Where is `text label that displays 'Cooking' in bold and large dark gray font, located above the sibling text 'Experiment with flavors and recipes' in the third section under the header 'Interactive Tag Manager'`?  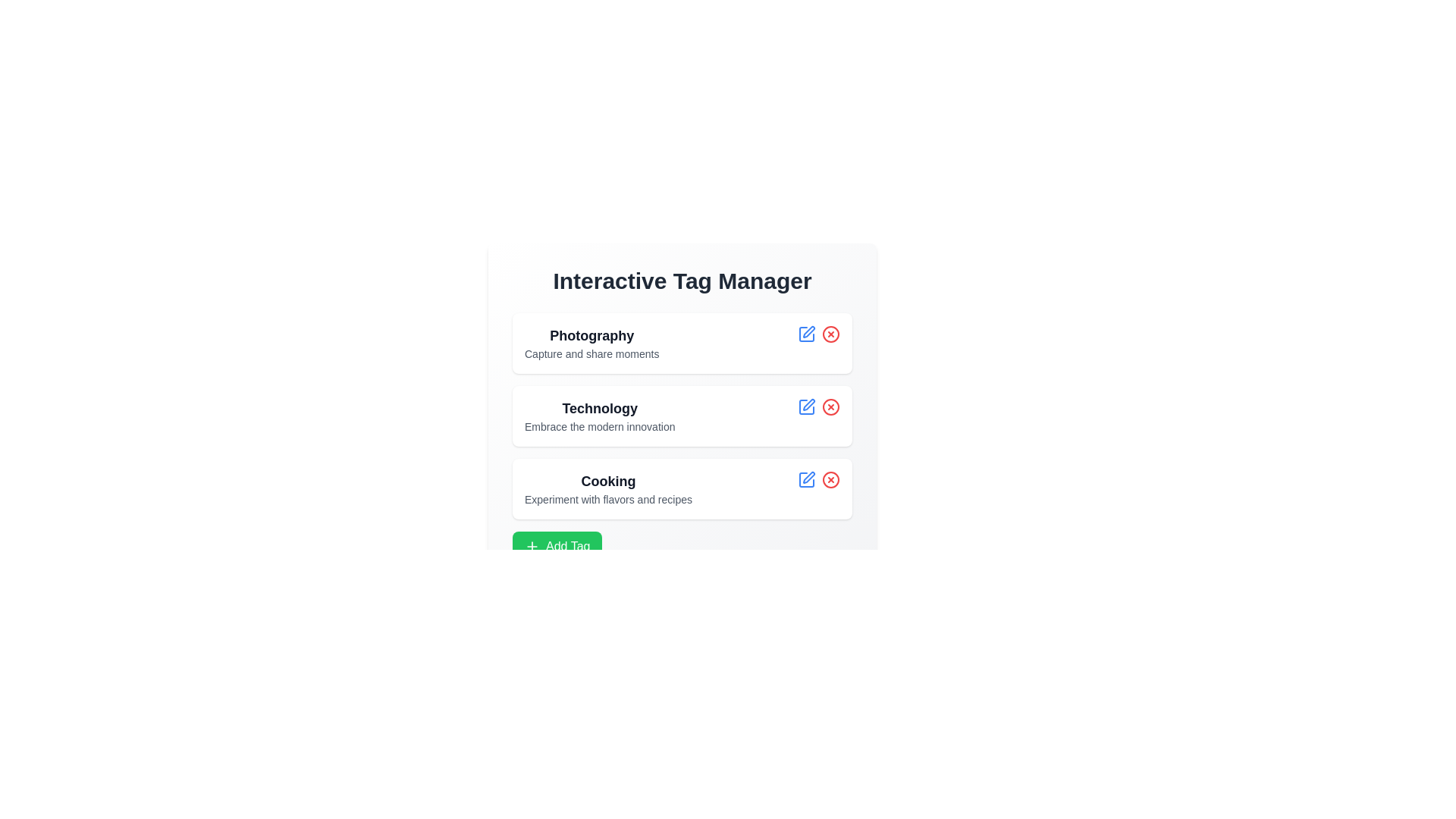 text label that displays 'Cooking' in bold and large dark gray font, located above the sibling text 'Experiment with flavors and recipes' in the third section under the header 'Interactive Tag Manager' is located at coordinates (608, 482).